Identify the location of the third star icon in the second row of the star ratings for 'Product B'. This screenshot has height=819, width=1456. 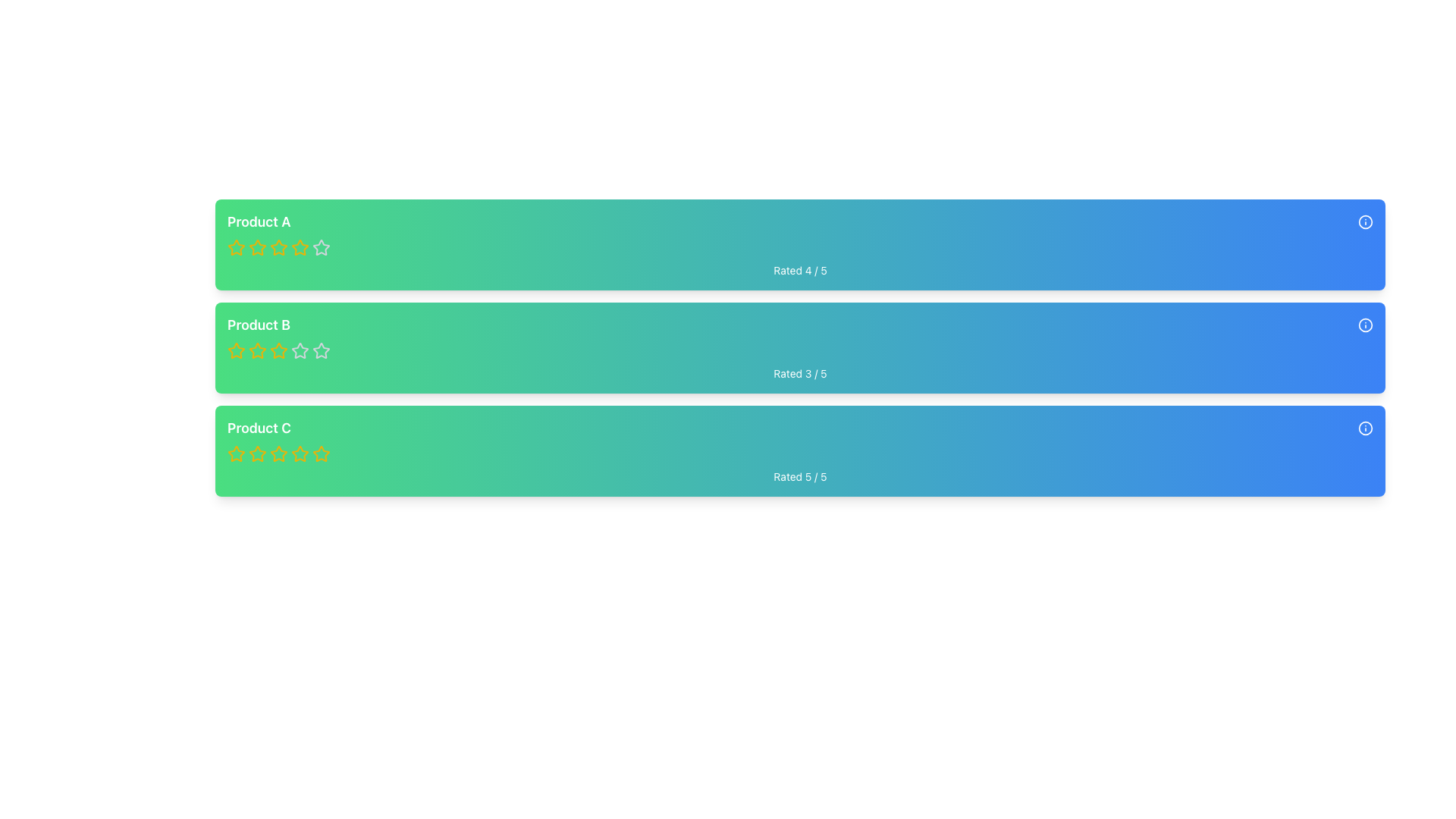
(320, 350).